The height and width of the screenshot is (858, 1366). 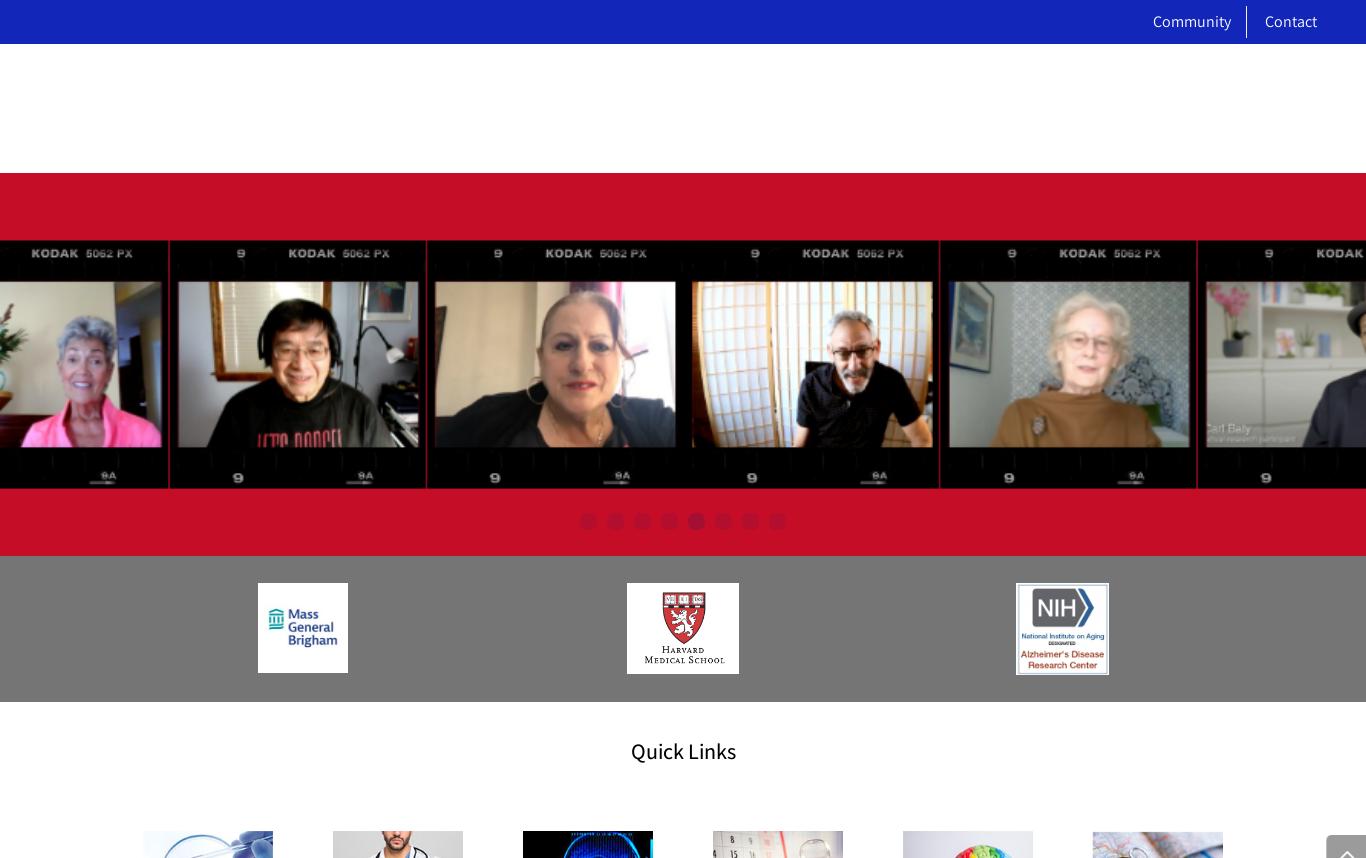 What do you see at coordinates (564, 238) in the screenshot?
I see `'Events'` at bounding box center [564, 238].